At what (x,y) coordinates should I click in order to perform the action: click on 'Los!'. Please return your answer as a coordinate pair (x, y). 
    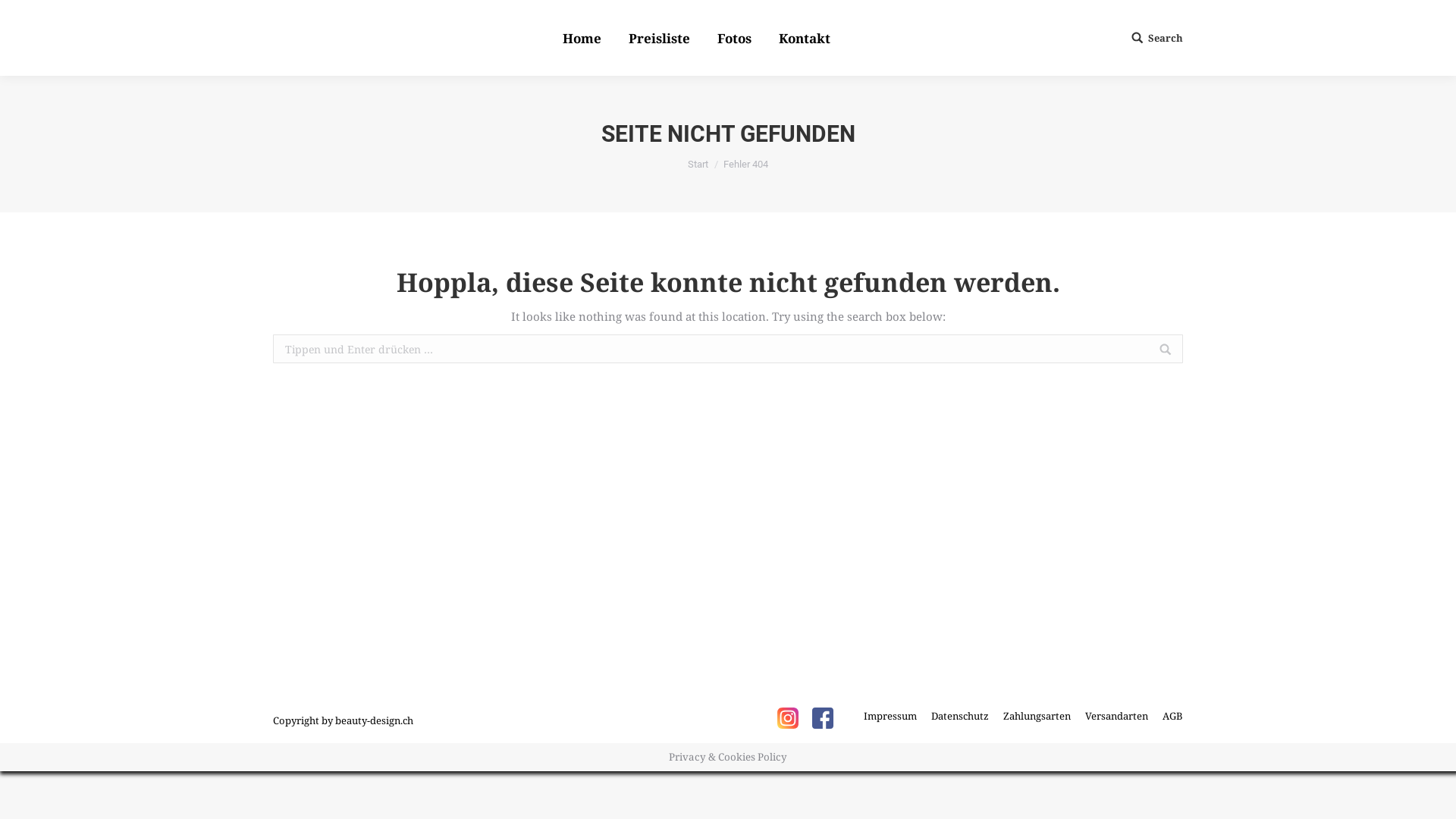
    Looking at the image, I should click on (24, 14).